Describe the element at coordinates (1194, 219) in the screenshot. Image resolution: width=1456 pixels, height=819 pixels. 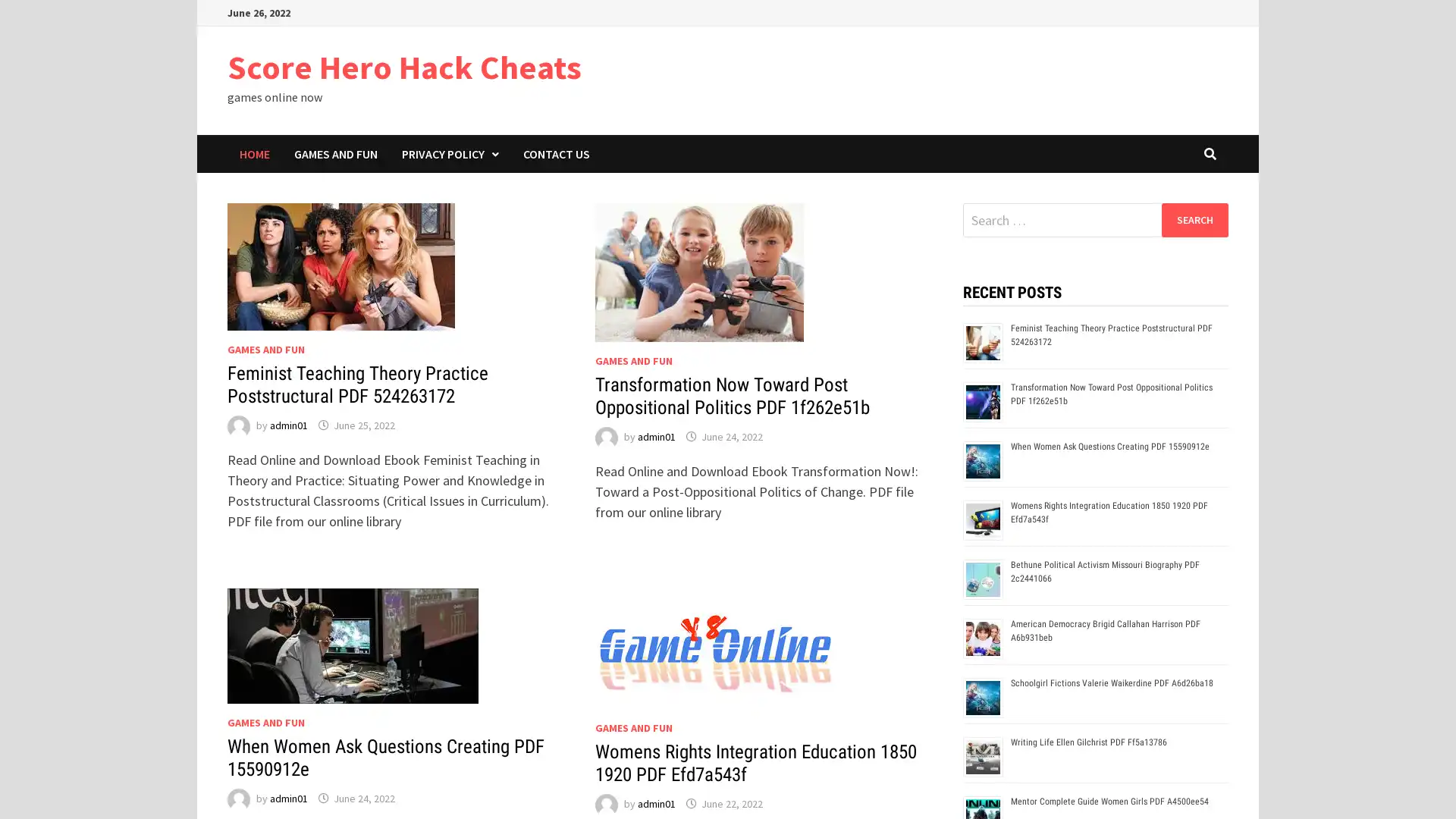
I see `Search` at that location.